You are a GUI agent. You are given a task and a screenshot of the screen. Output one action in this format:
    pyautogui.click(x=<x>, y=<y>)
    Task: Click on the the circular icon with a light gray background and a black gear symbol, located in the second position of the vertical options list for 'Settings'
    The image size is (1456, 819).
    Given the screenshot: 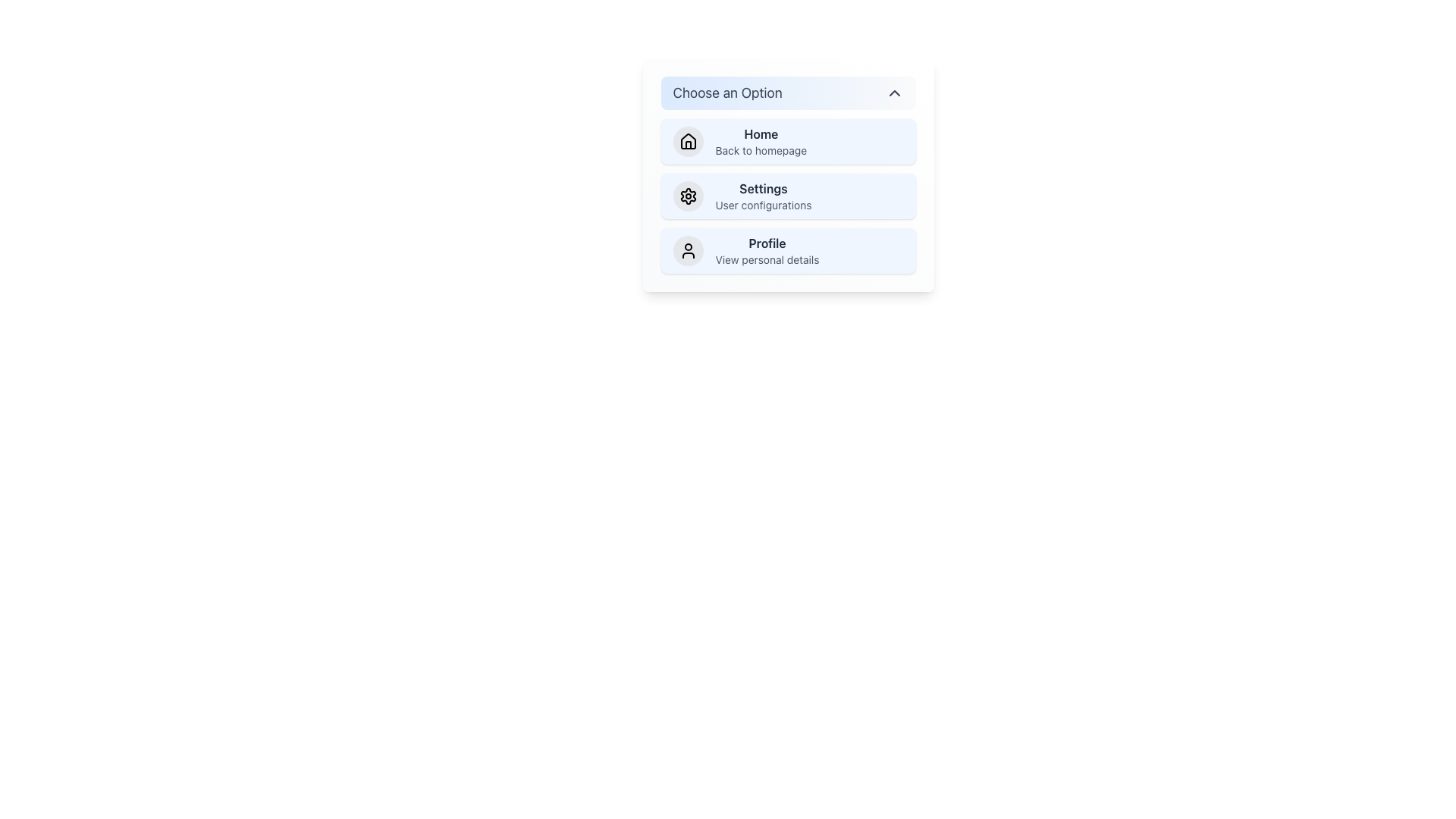 What is the action you would take?
    pyautogui.click(x=687, y=195)
    